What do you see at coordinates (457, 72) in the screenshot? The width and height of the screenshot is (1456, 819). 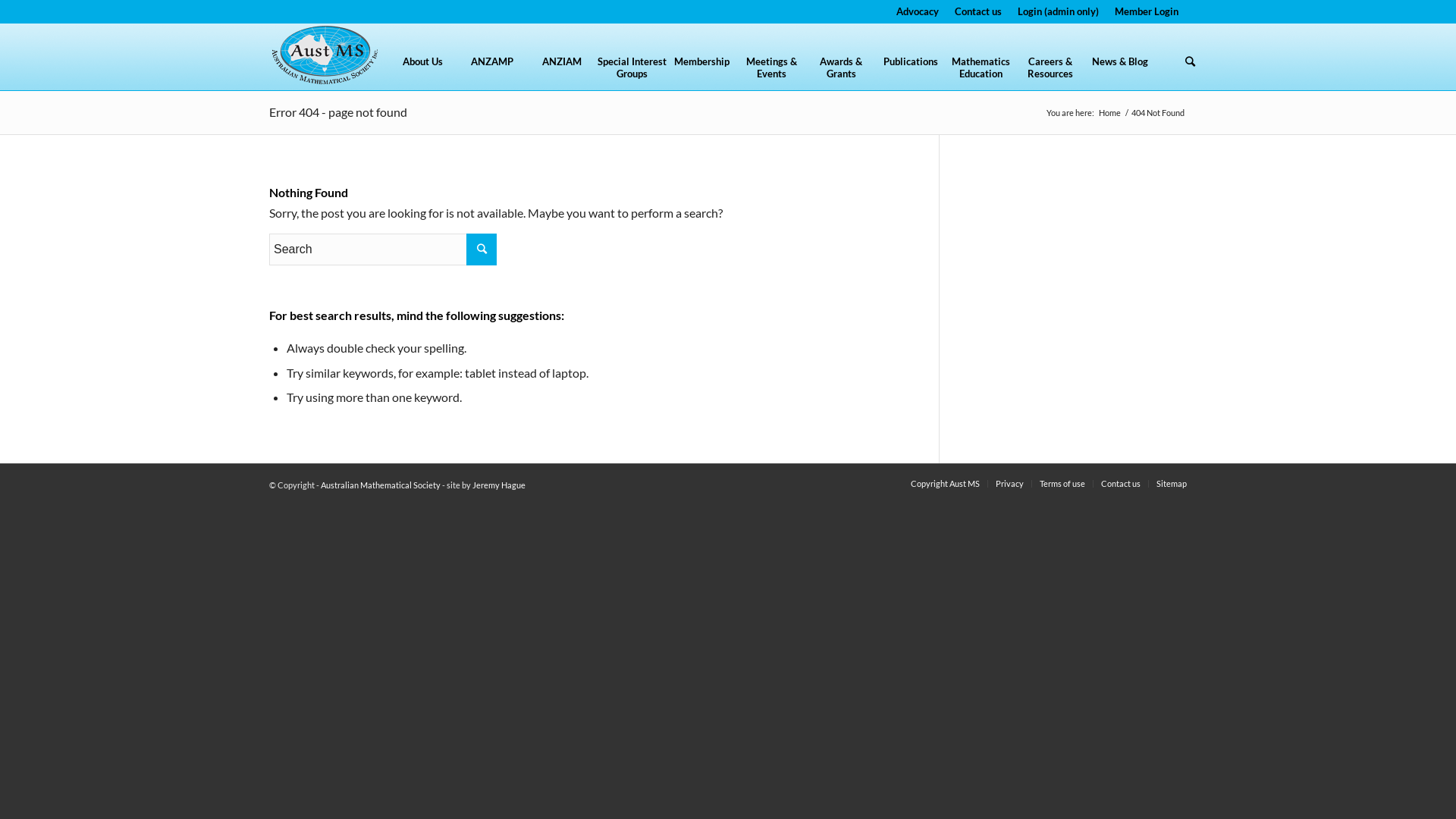 I see `'ANZAMP'` at bounding box center [457, 72].